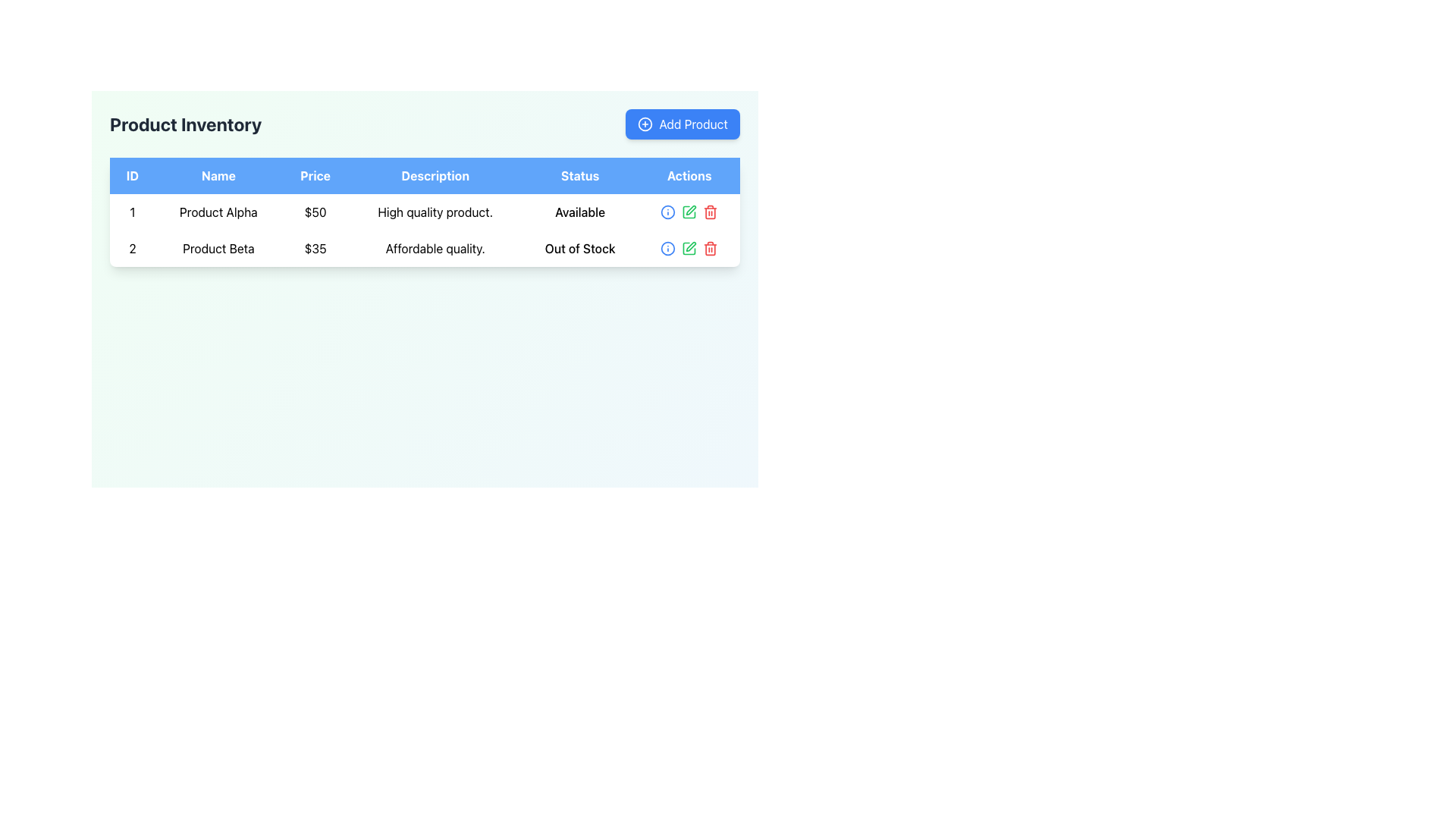 This screenshot has height=819, width=1456. I want to click on the circle element in the second row of the 'Actions' column of the table, which is part of an SVG icon, so click(667, 212).